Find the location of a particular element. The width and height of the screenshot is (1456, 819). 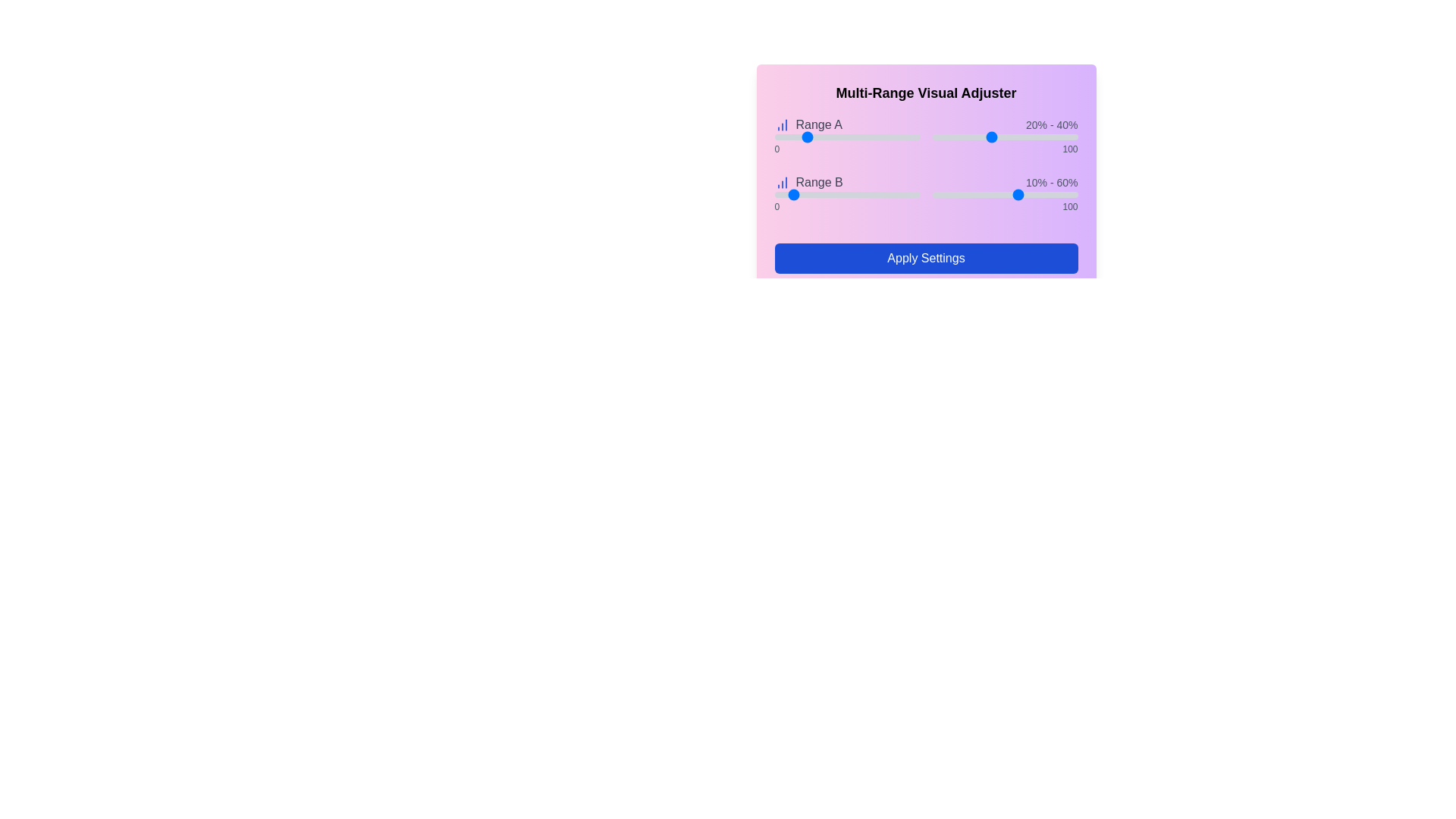

the Range B slider is located at coordinates (1075, 194).